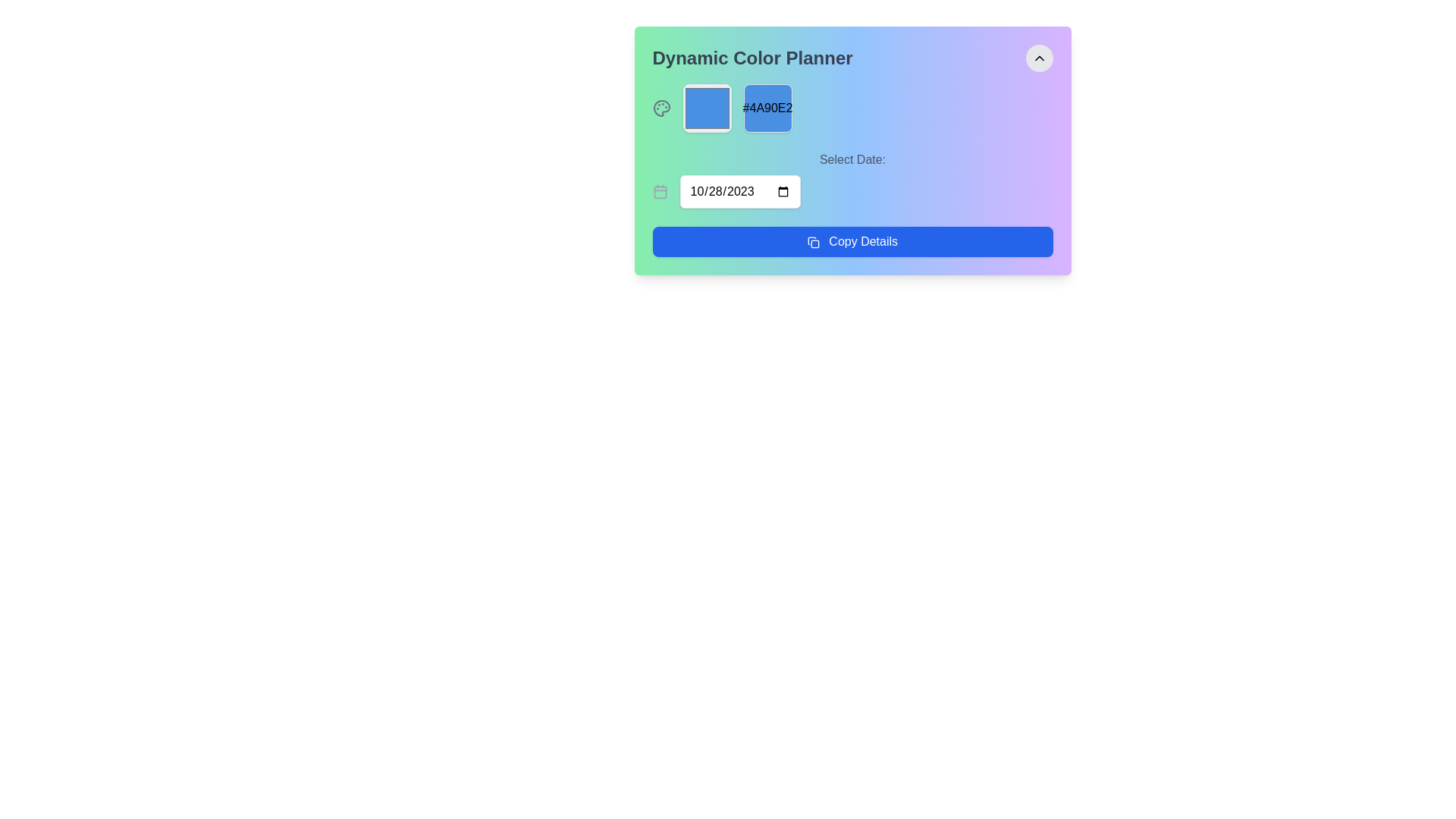  What do you see at coordinates (767, 107) in the screenshot?
I see `text label displaying the hexadecimal color code '#4A90E2', which is centered within a rounded blue square box near the top-right of the card interface` at bounding box center [767, 107].